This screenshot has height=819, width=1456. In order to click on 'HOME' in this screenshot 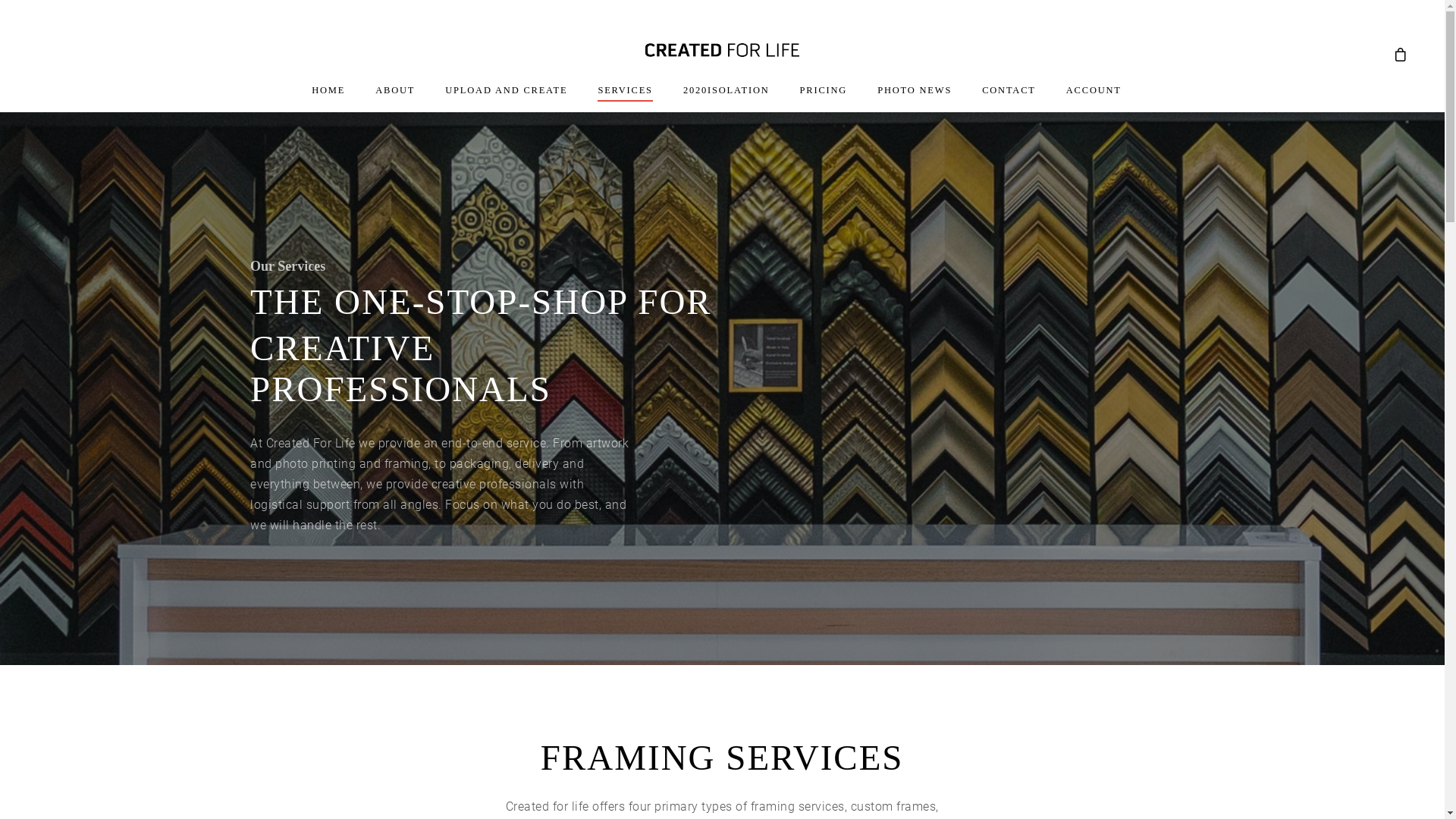, I will do `click(327, 98)`.